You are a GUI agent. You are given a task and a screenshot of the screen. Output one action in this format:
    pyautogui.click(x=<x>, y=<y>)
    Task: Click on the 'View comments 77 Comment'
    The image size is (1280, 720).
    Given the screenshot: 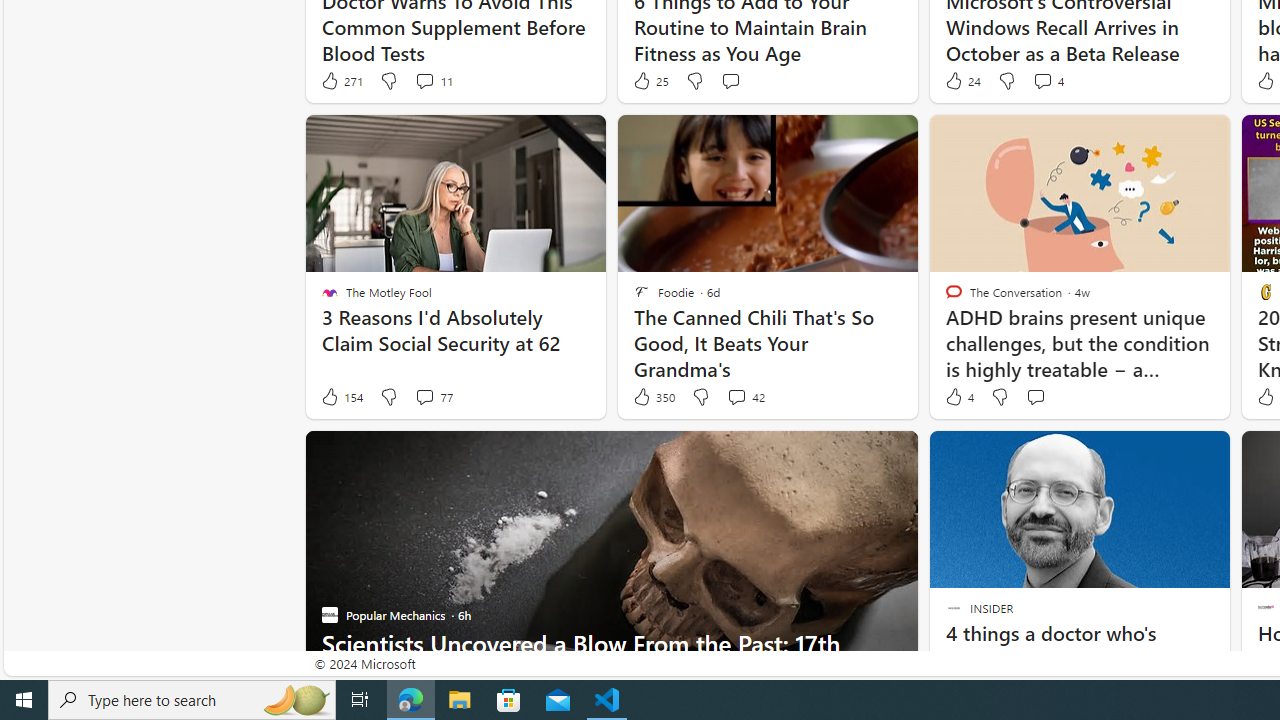 What is the action you would take?
    pyautogui.click(x=423, y=397)
    